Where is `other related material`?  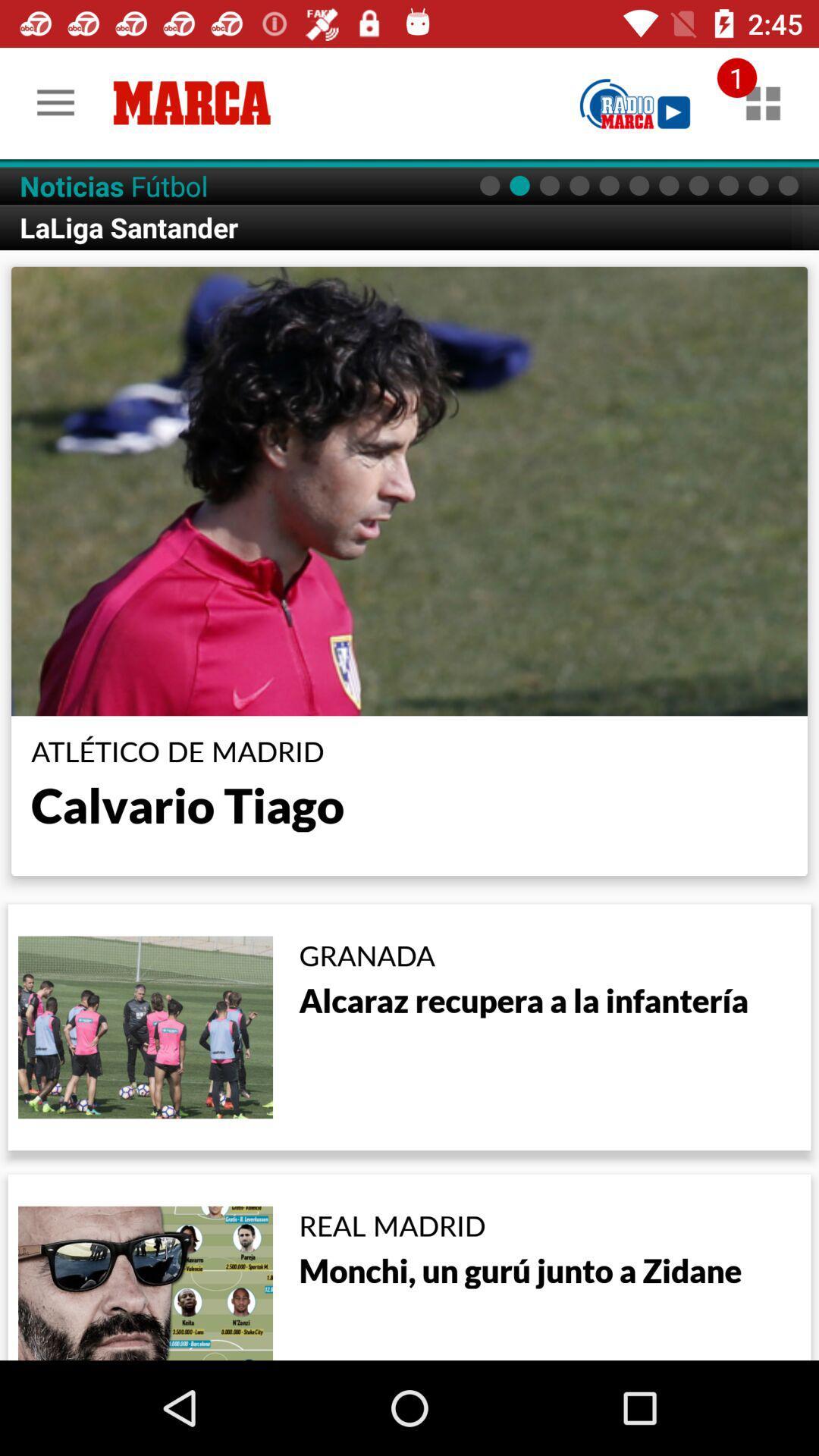
other related material is located at coordinates (763, 102).